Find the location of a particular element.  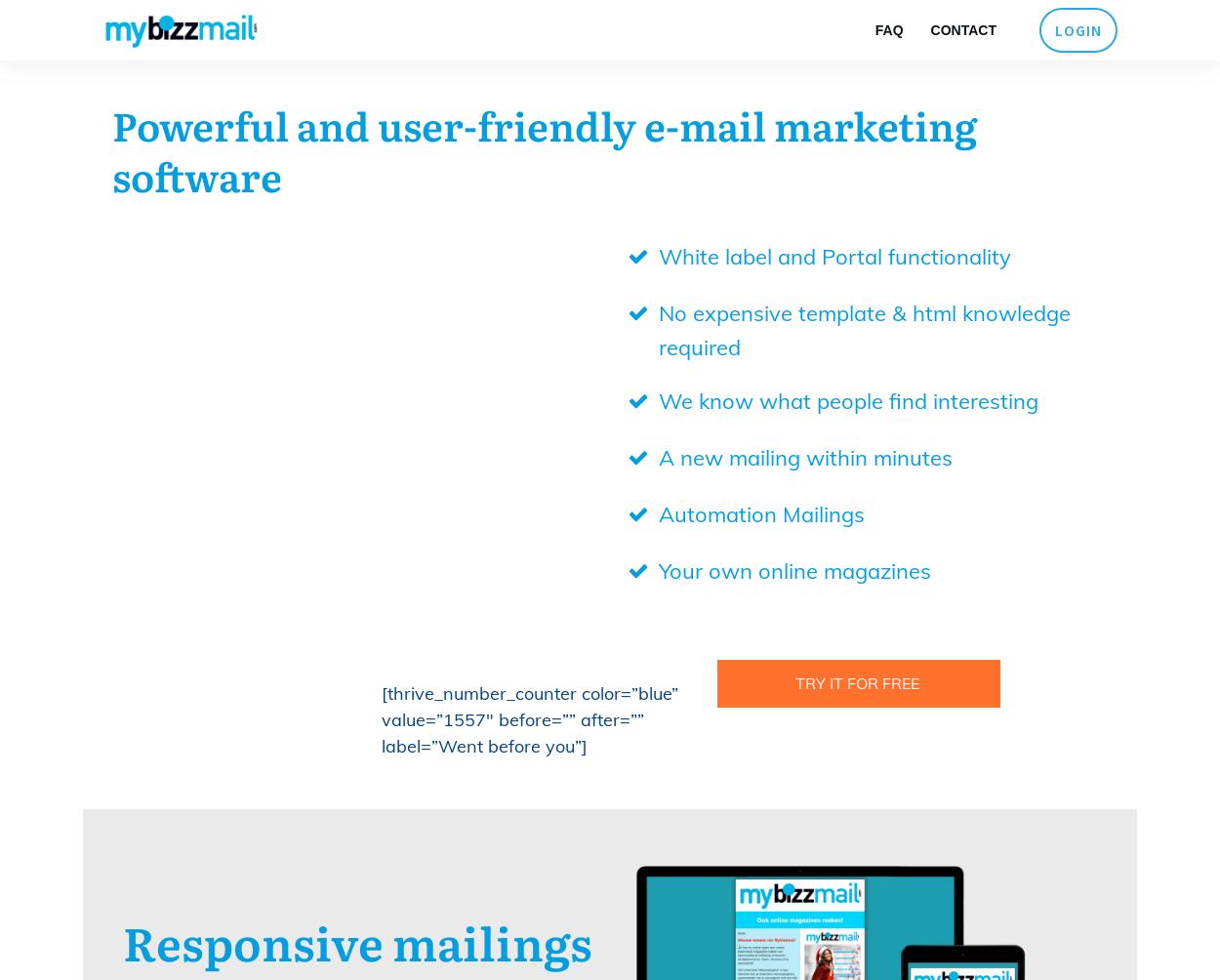

'Automation Mailings' is located at coordinates (658, 513).